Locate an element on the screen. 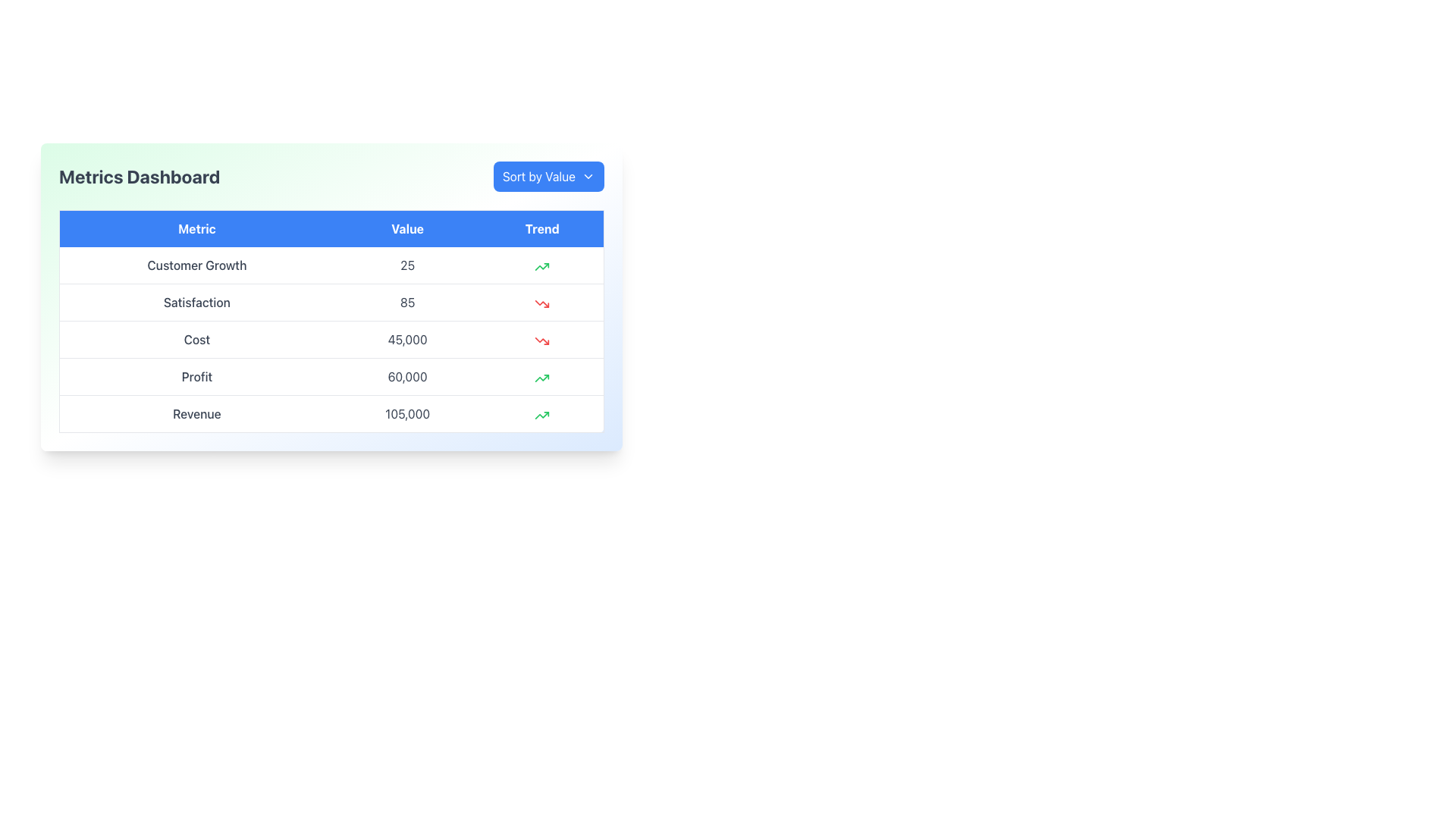 The width and height of the screenshot is (1456, 819). the red downward arrow icon located in the 'Trend' column of the 'Cost' row in the table is located at coordinates (542, 340).